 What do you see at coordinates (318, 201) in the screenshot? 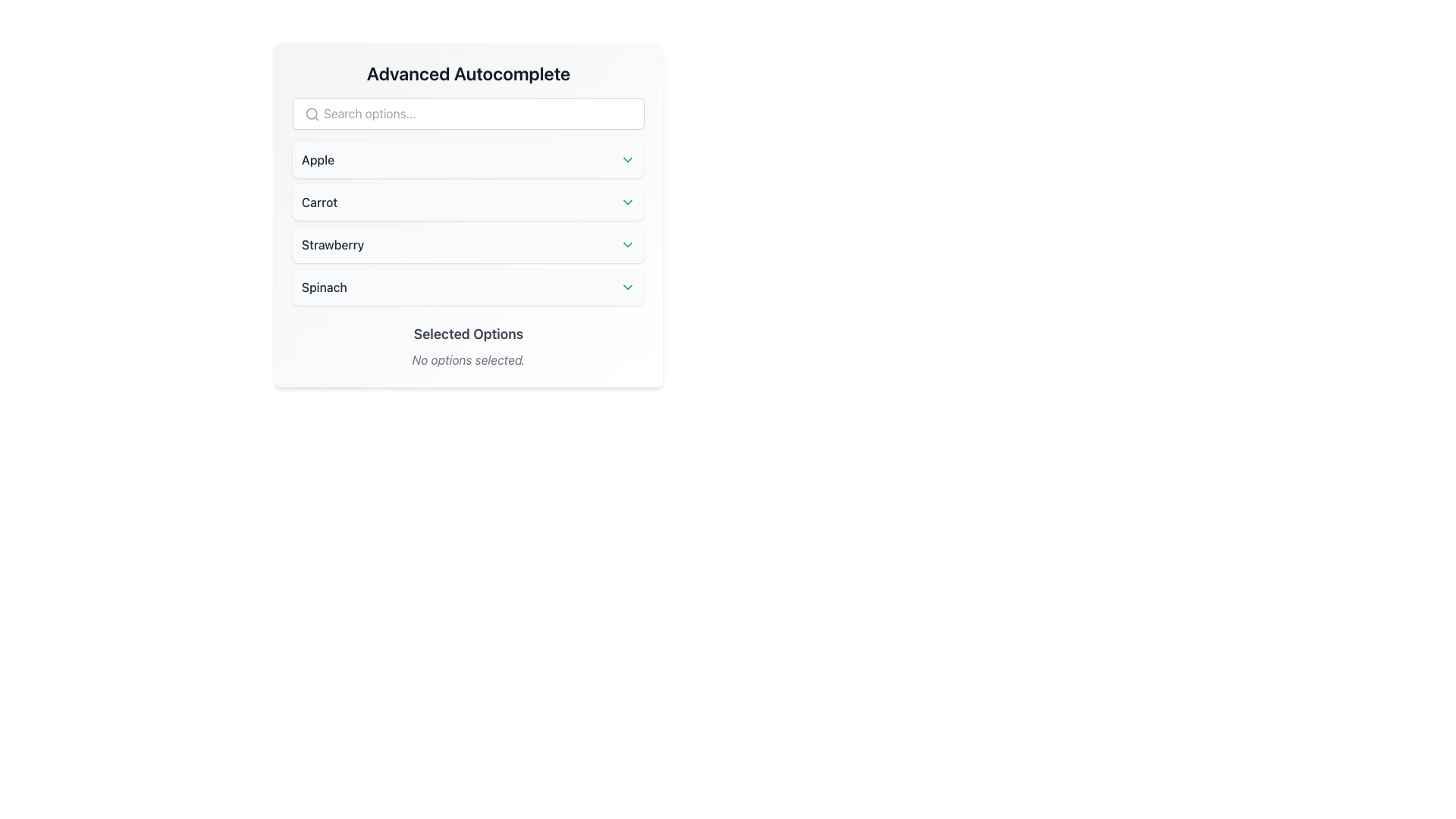
I see `the text label that describes an option, which is located to the left of a green downward-chevron icon in the middle of a list of options` at bounding box center [318, 201].